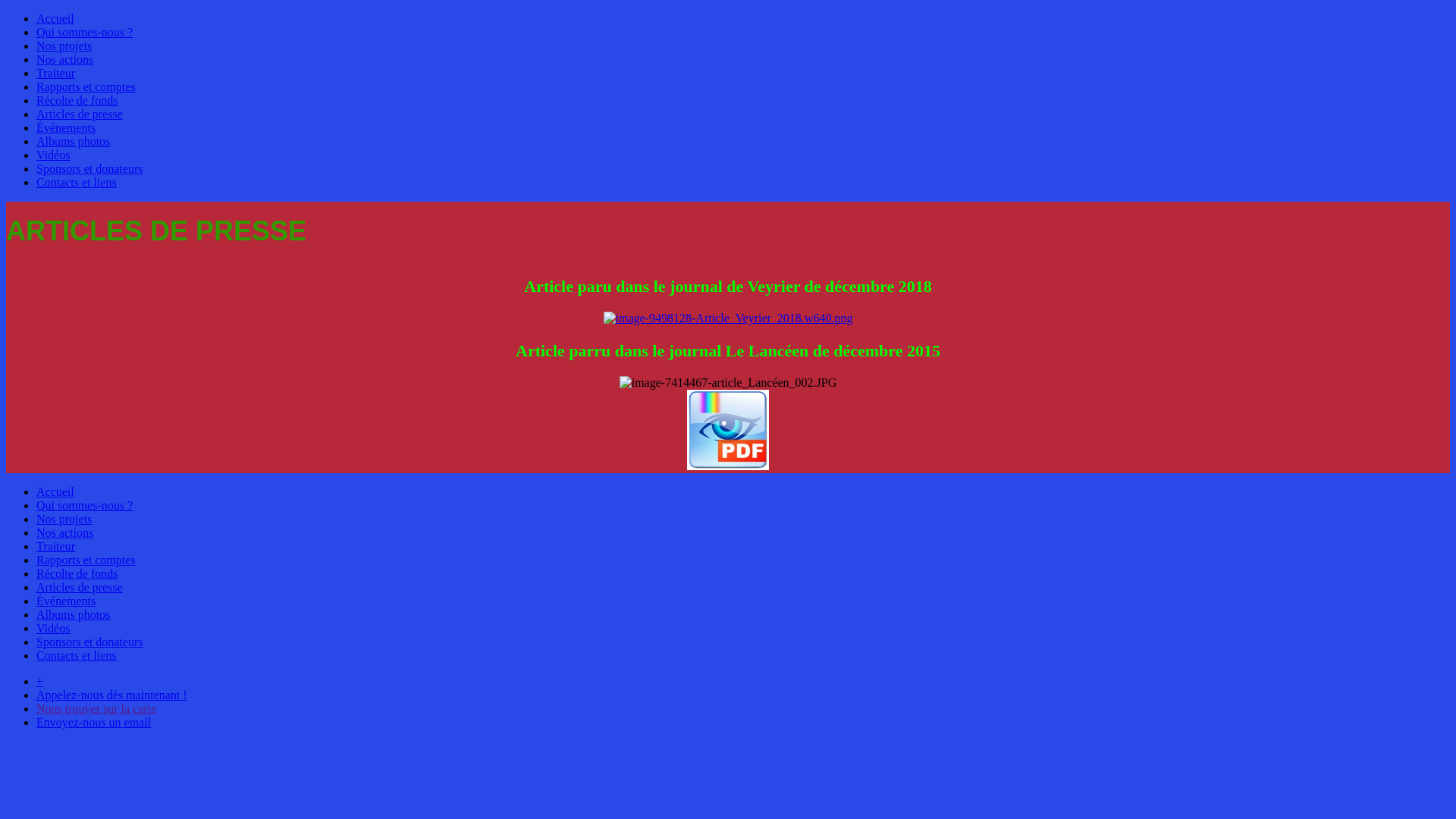 Image resolution: width=1456 pixels, height=819 pixels. Describe the element at coordinates (55, 18) in the screenshot. I see `'Accueil'` at that location.